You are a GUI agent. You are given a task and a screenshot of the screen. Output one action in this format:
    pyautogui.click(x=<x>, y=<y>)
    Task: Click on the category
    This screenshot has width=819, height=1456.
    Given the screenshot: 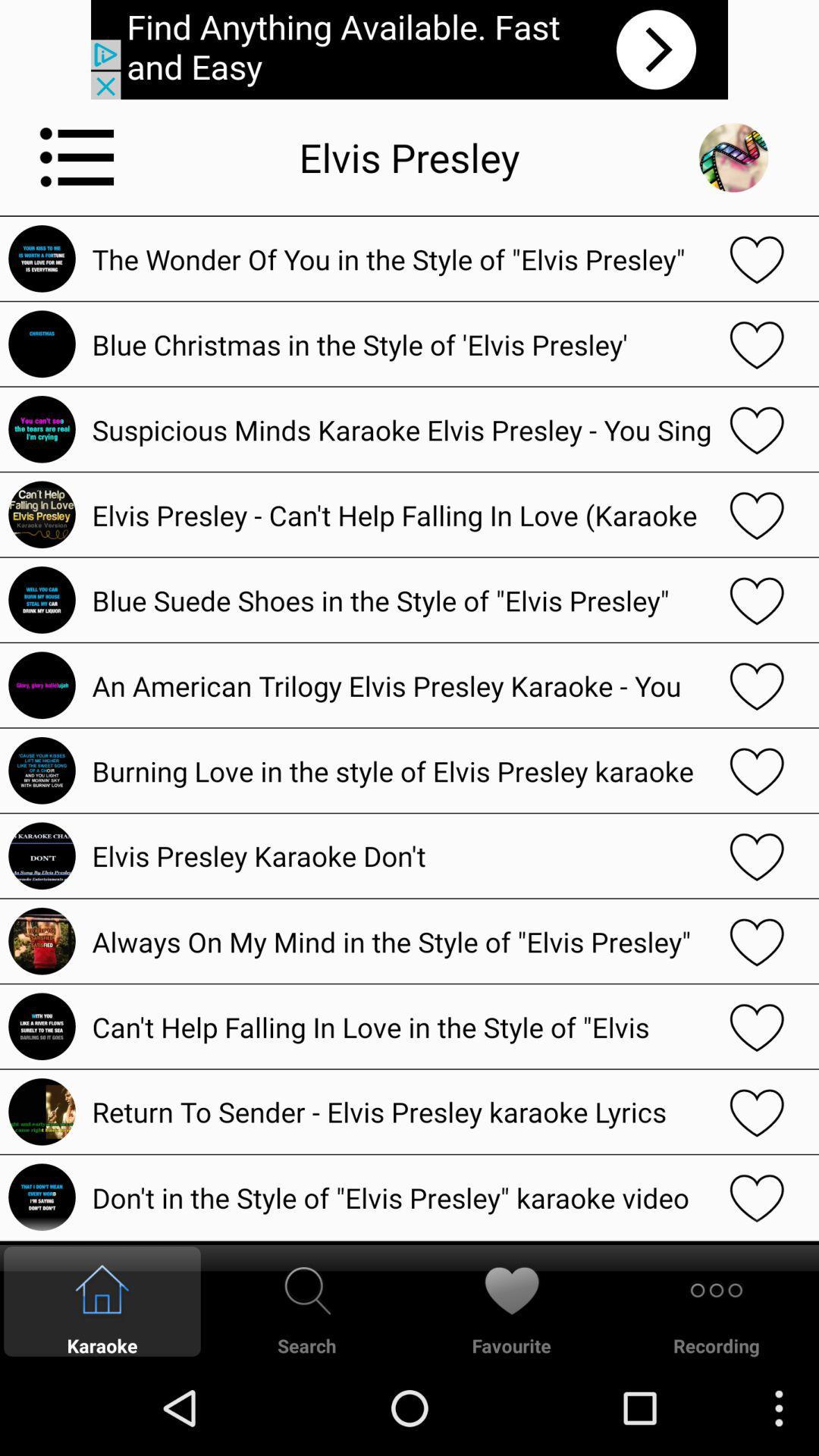 What is the action you would take?
    pyautogui.click(x=77, y=157)
    